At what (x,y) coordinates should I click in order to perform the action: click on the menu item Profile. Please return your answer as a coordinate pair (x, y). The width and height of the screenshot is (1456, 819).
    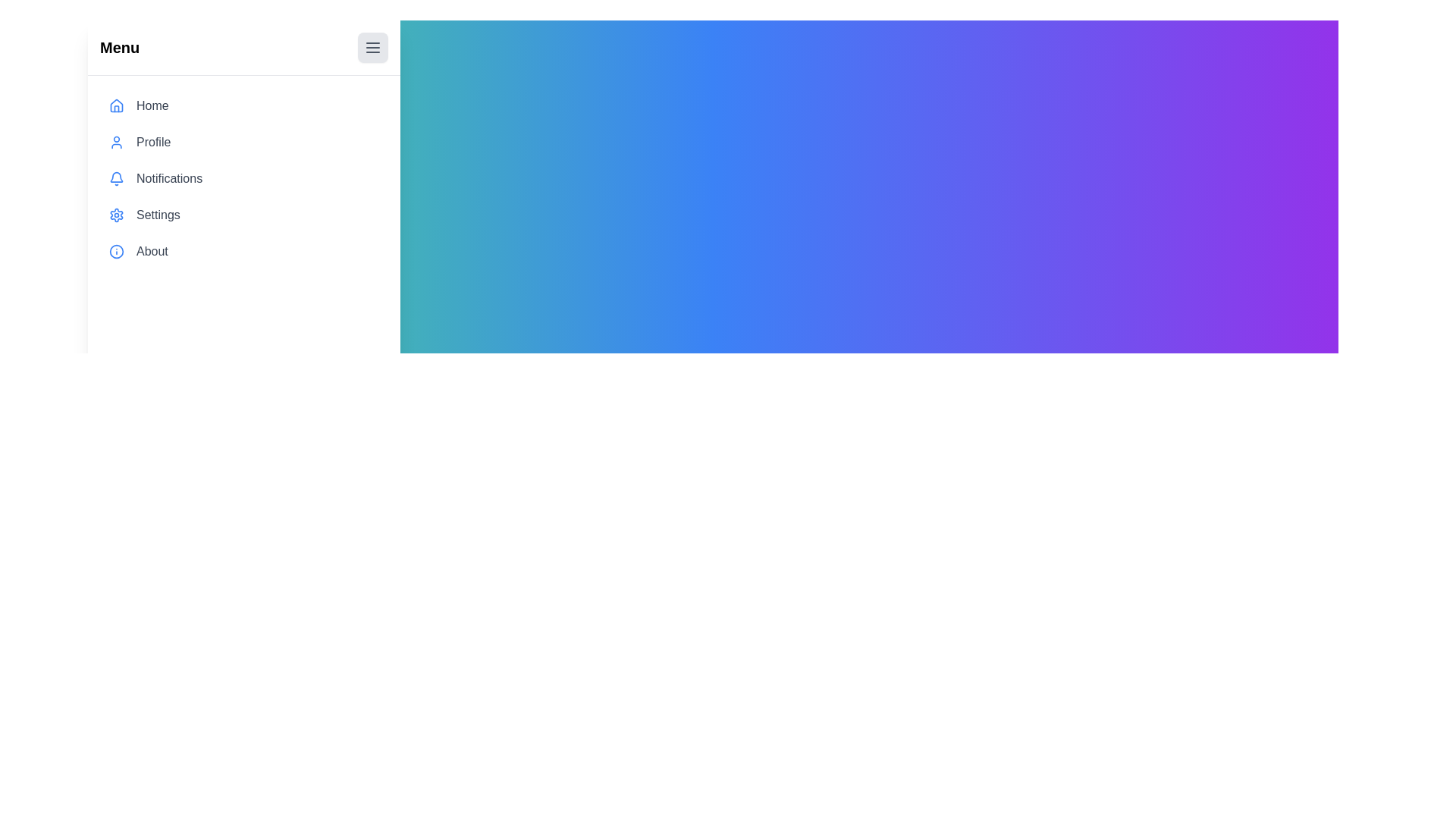
    Looking at the image, I should click on (244, 143).